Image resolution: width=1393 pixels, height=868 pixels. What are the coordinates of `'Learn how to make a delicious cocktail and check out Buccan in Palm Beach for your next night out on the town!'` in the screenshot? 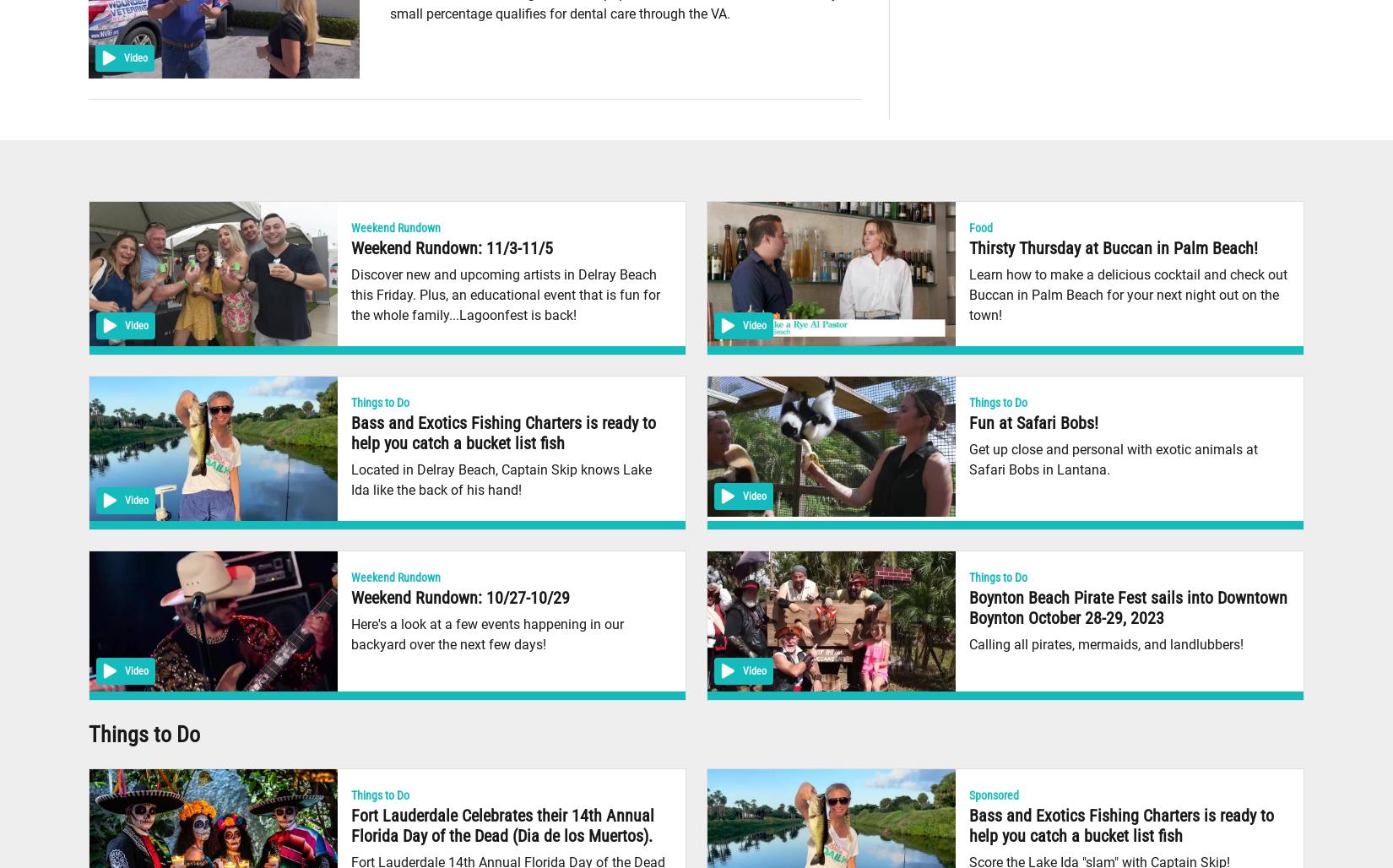 It's located at (969, 294).